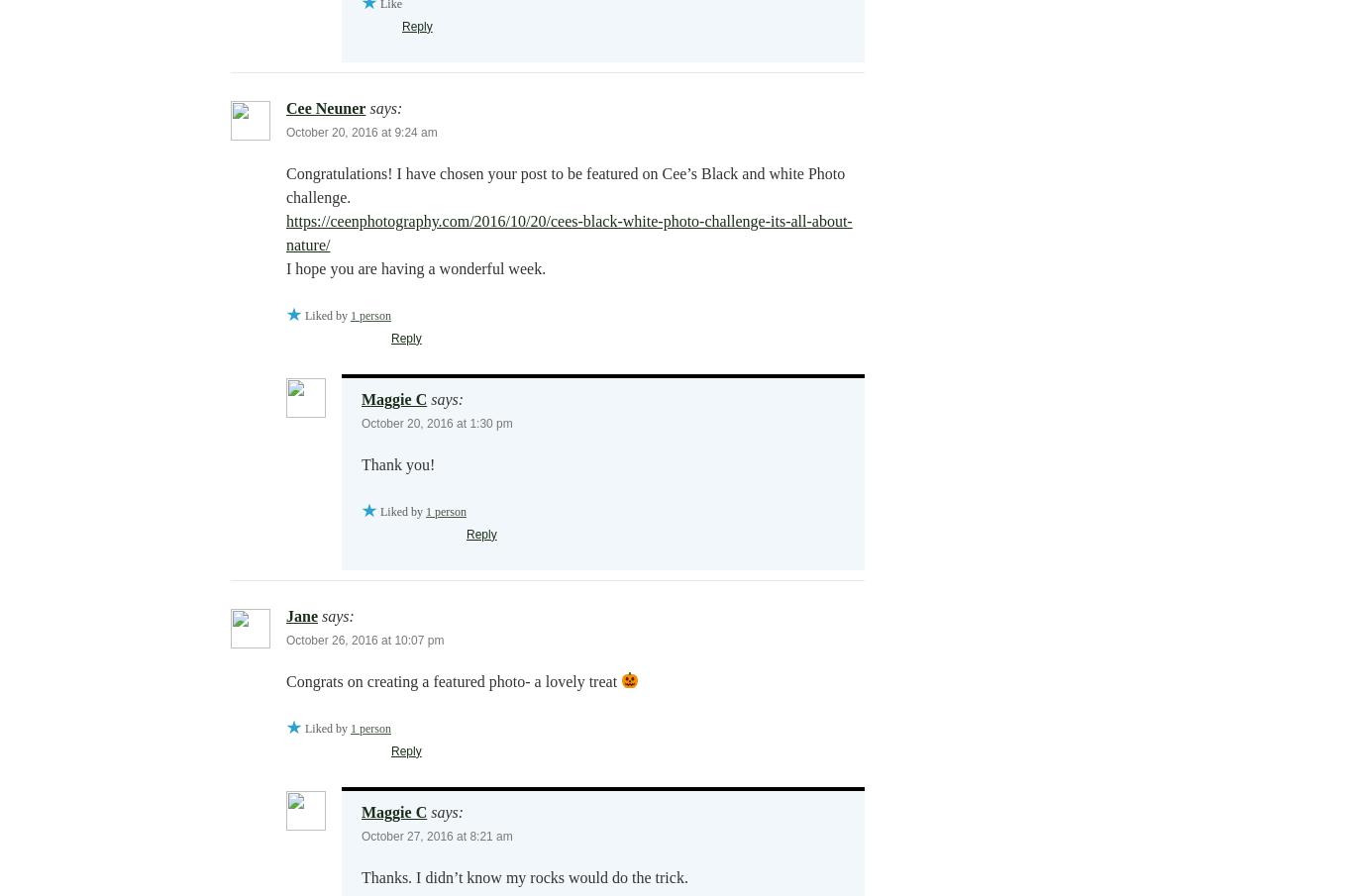  I want to click on 'Jane', so click(302, 614).